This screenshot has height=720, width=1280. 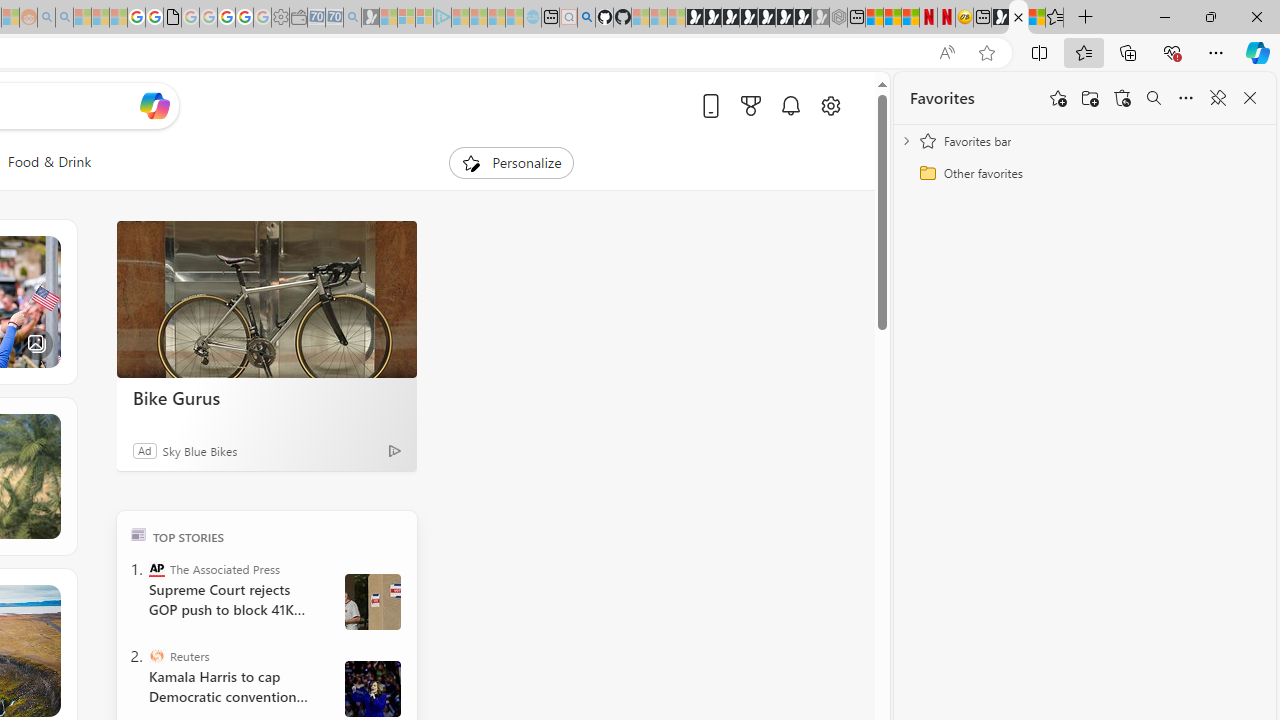 What do you see at coordinates (155, 655) in the screenshot?
I see `'Reuters'` at bounding box center [155, 655].